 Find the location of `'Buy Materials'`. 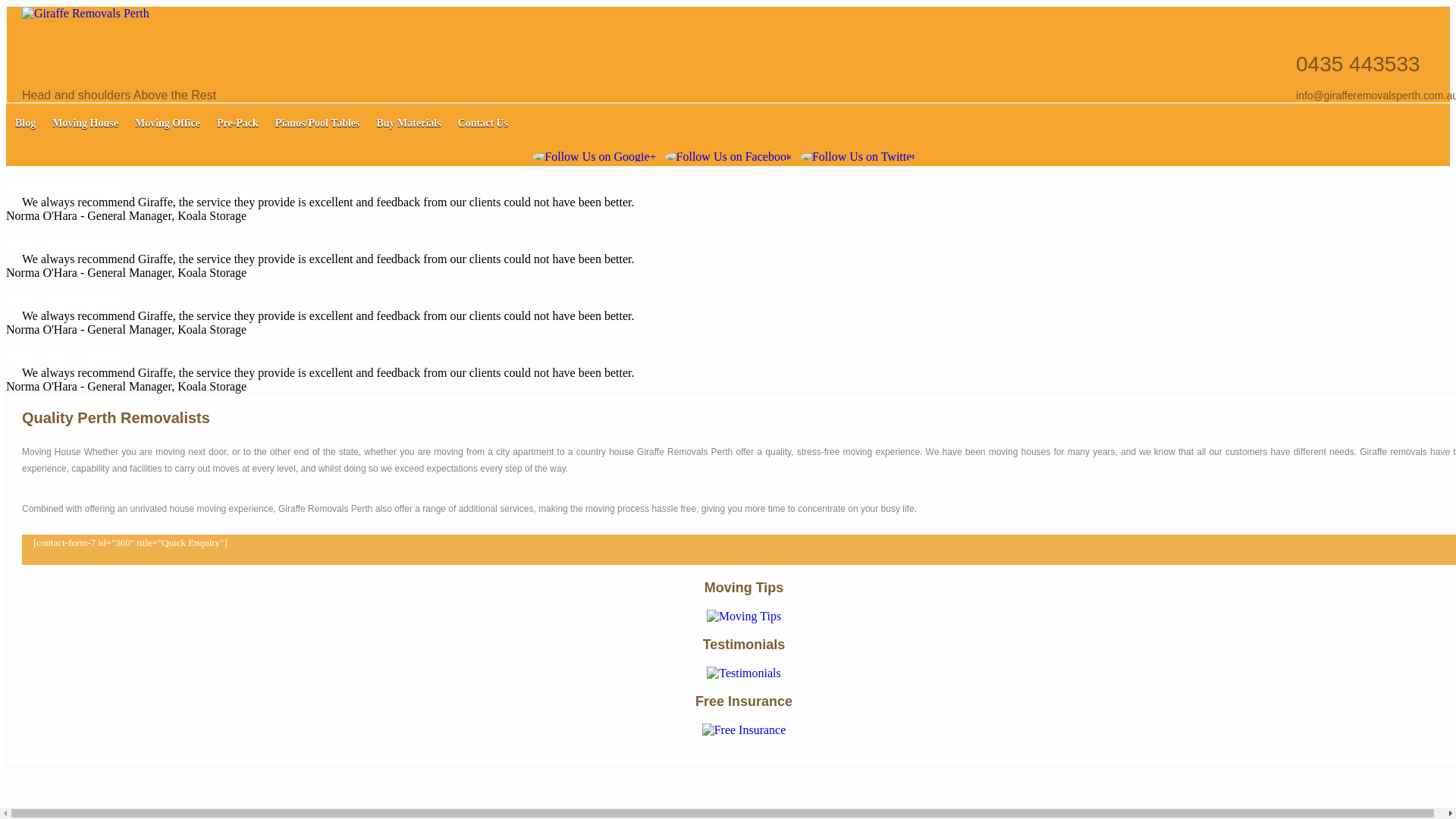

'Buy Materials' is located at coordinates (408, 122).